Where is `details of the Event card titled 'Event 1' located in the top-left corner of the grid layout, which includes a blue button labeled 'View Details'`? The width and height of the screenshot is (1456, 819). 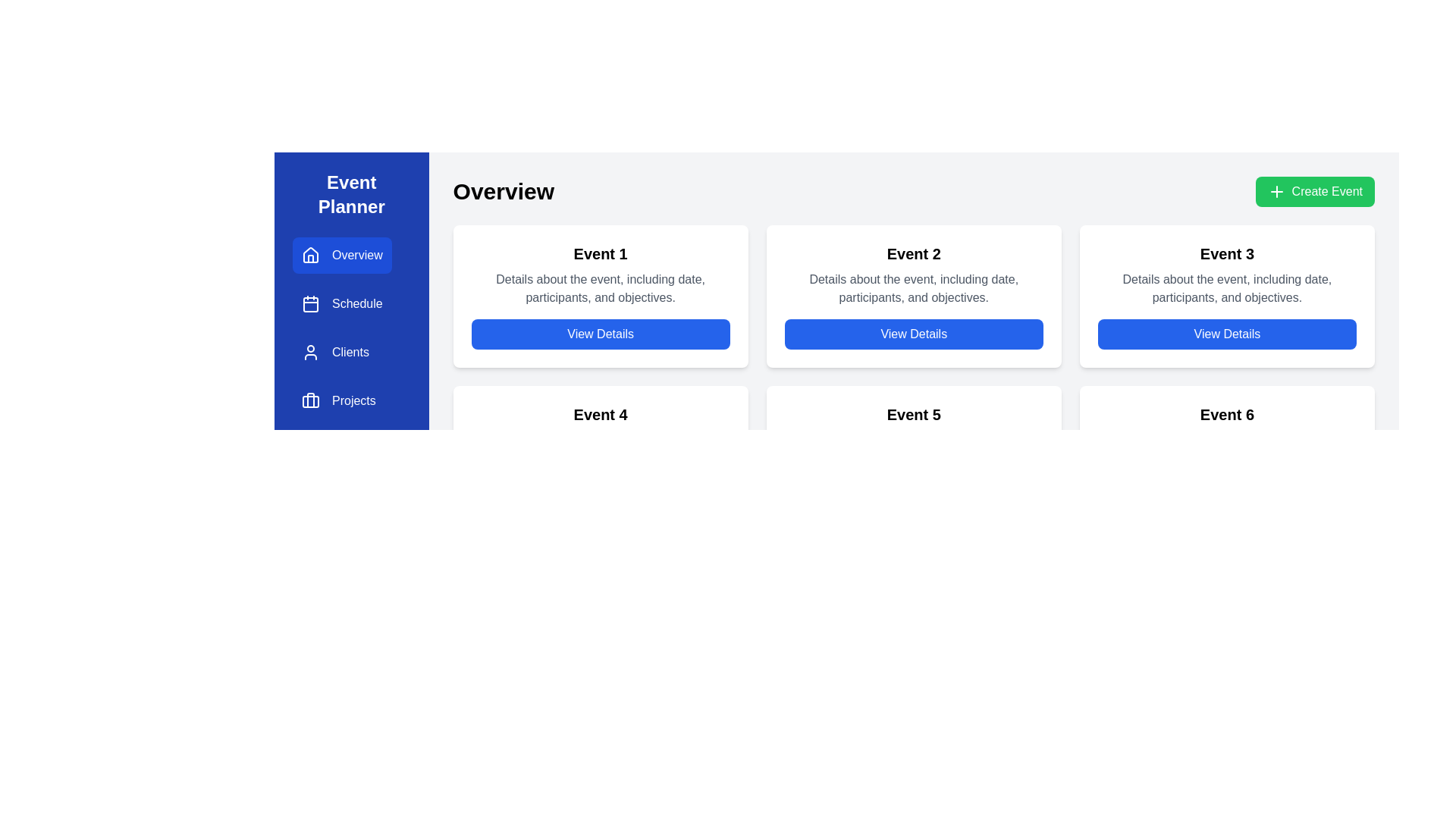 details of the Event card titled 'Event 1' located in the top-left corner of the grid layout, which includes a blue button labeled 'View Details' is located at coordinates (600, 296).